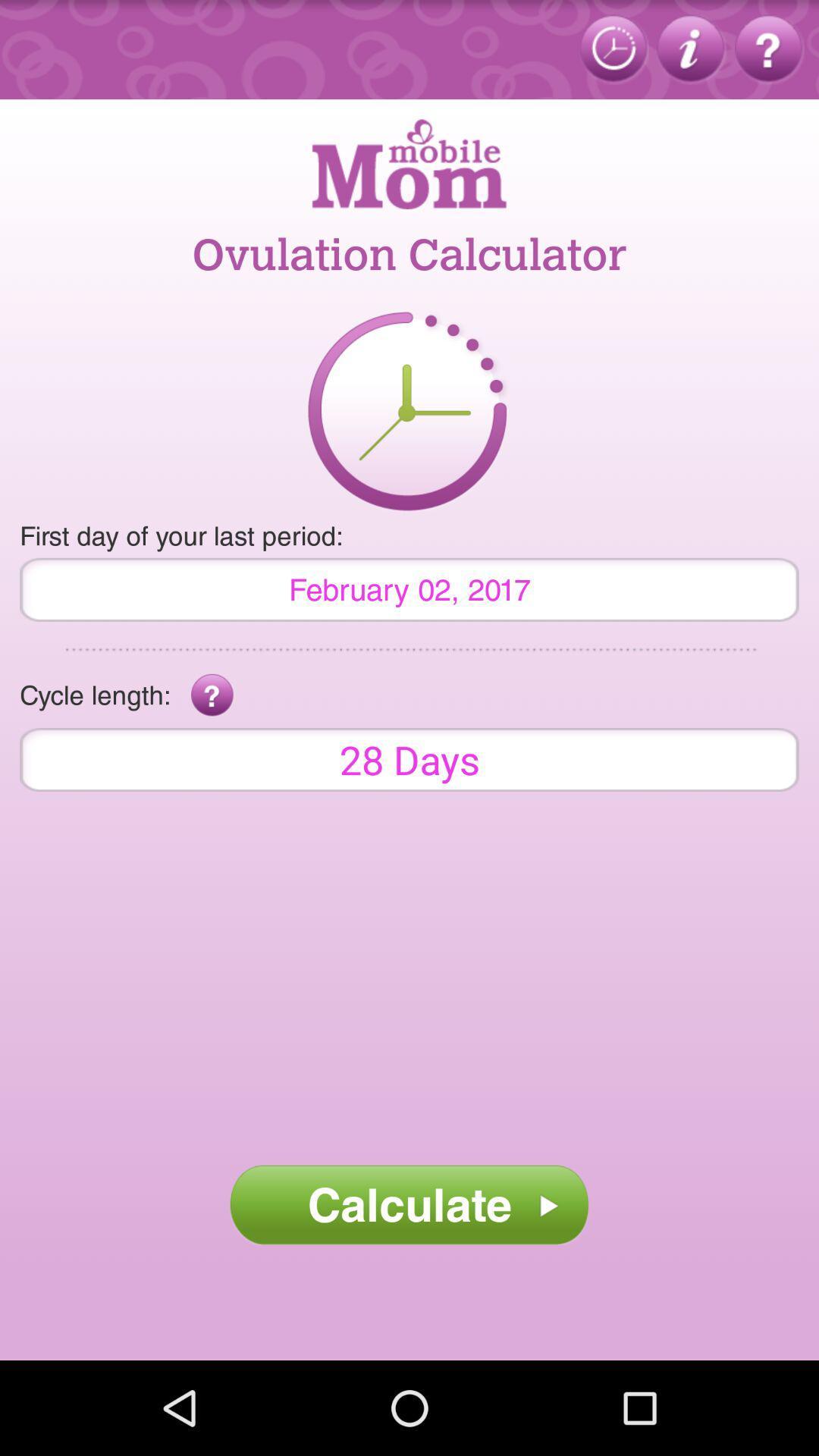 The width and height of the screenshot is (819, 1456). Describe the element at coordinates (409, 588) in the screenshot. I see `the february 02, 2017 item` at that location.